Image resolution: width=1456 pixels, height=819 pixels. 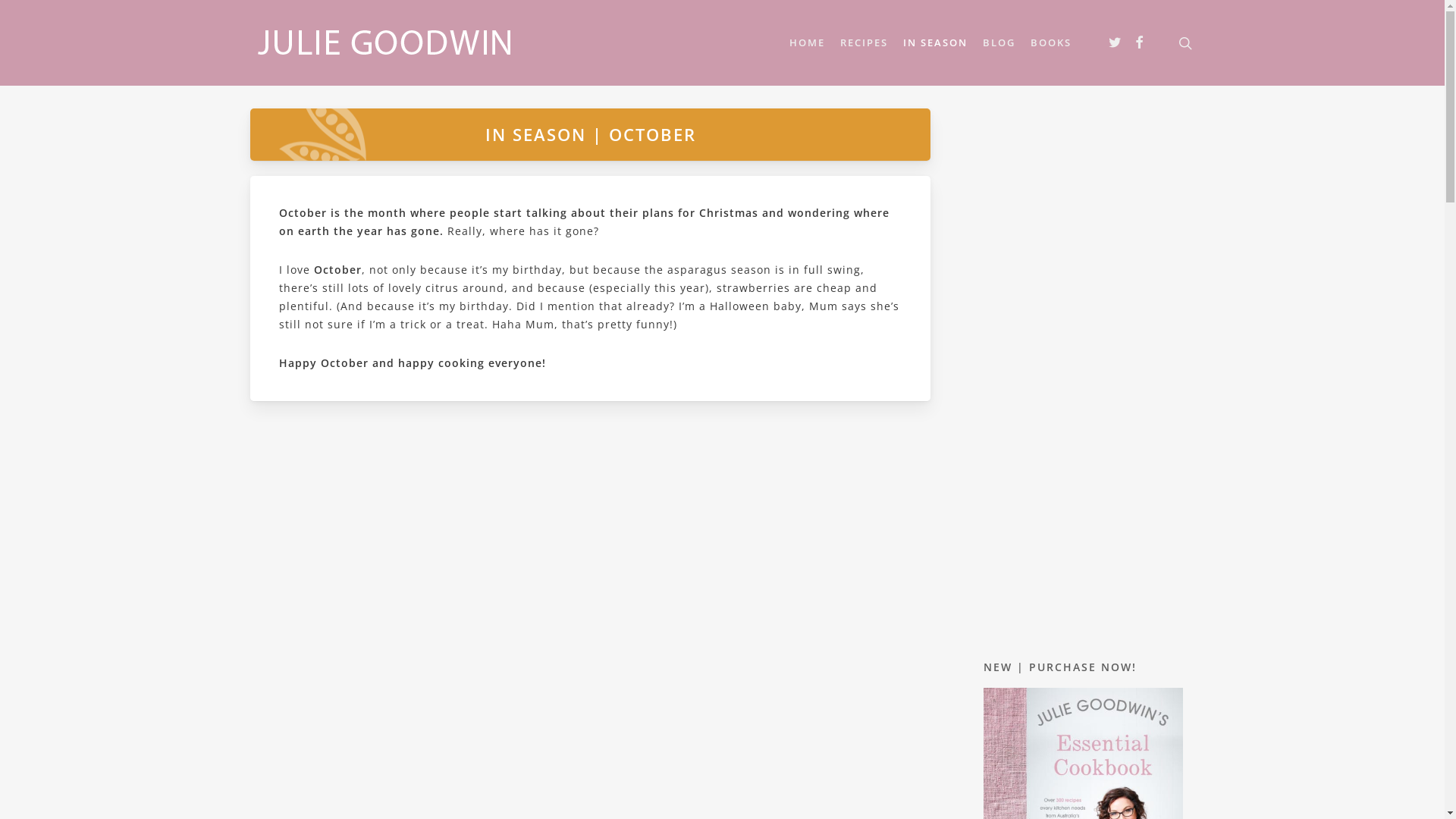 What do you see at coordinates (806, 42) in the screenshot?
I see `'HOME'` at bounding box center [806, 42].